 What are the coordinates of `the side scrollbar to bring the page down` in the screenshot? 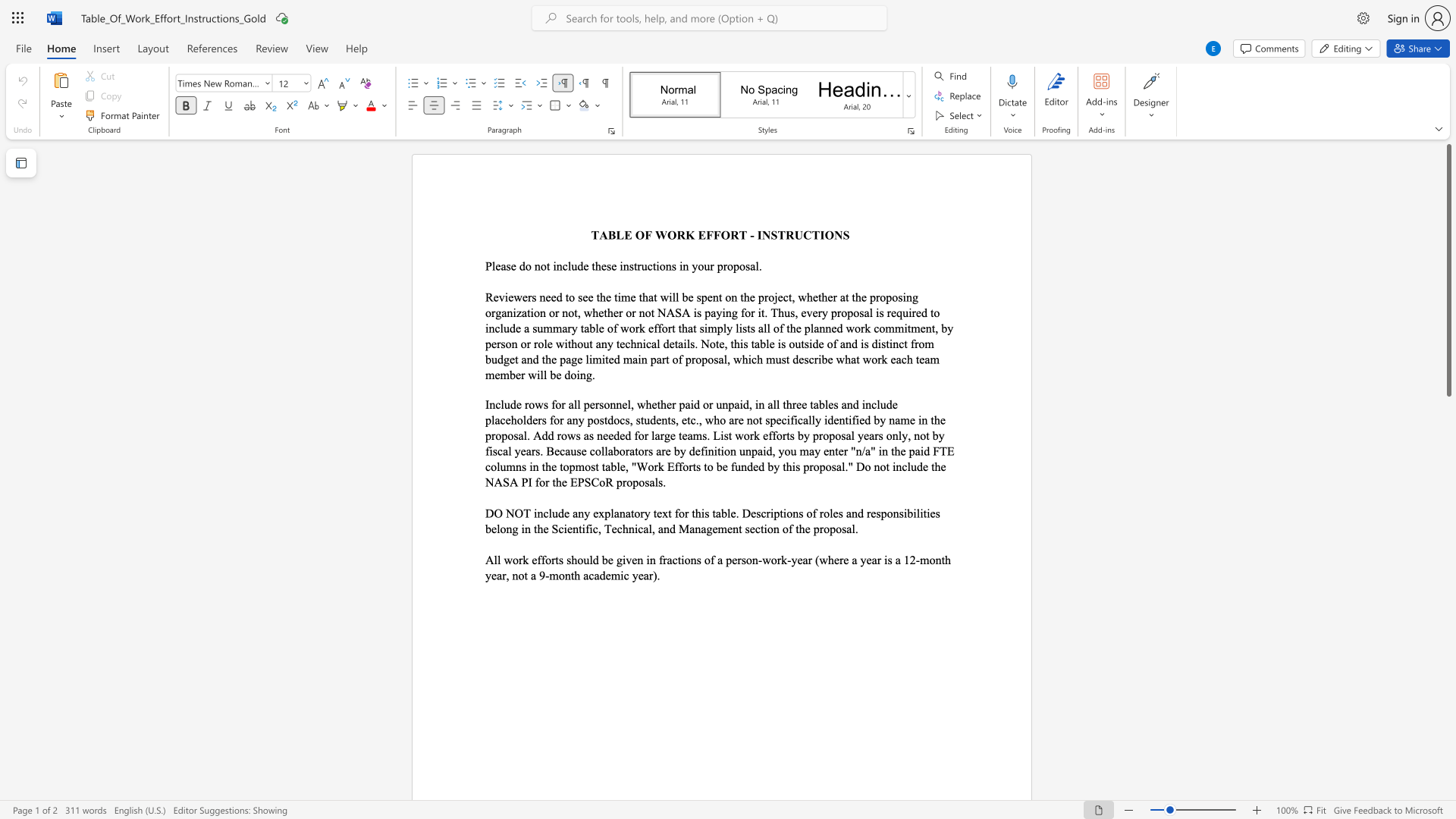 It's located at (1448, 493).